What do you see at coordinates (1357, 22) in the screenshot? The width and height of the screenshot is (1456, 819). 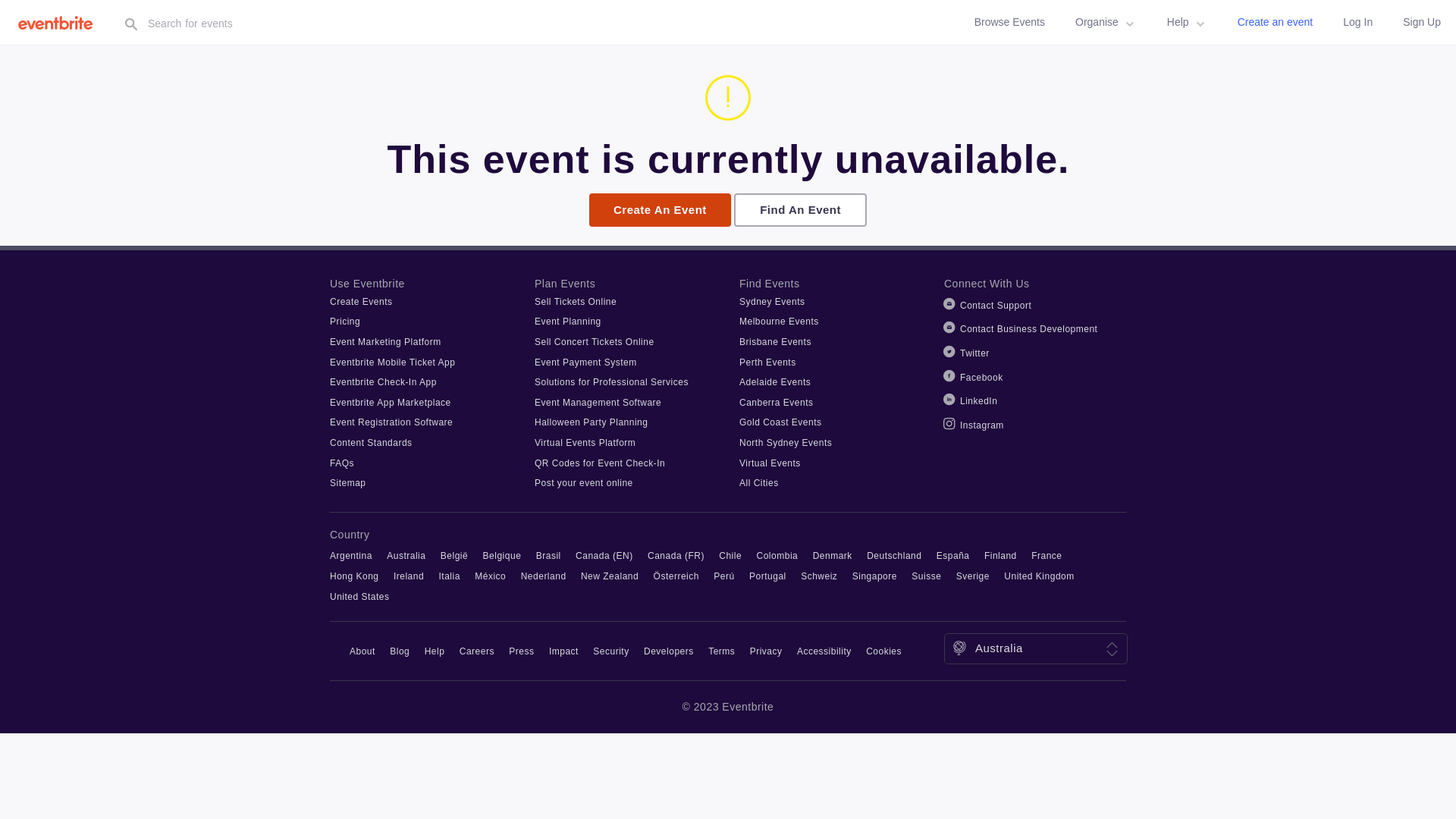 I see `'Log In'` at bounding box center [1357, 22].